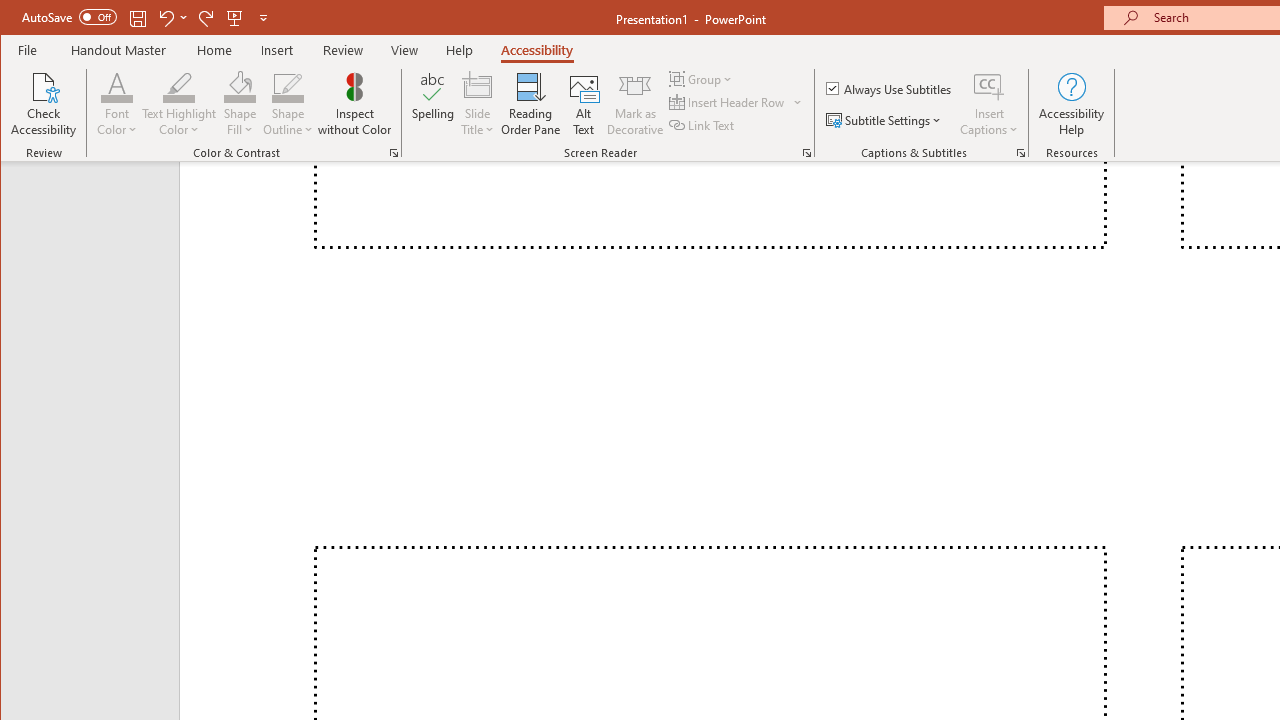  What do you see at coordinates (44, 104) in the screenshot?
I see `'Check Accessibility'` at bounding box center [44, 104].